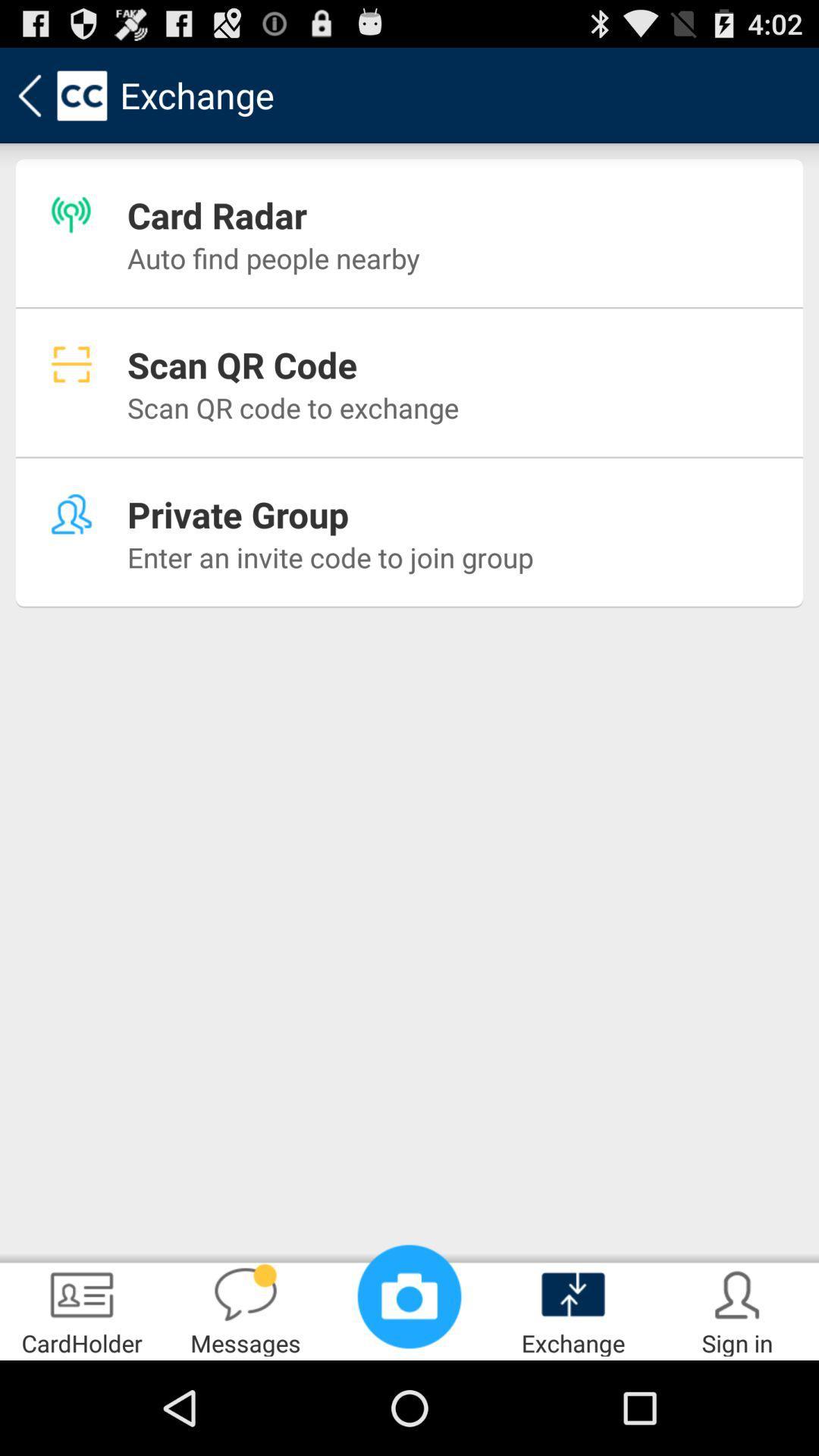 Image resolution: width=819 pixels, height=1456 pixels. What do you see at coordinates (409, 1295) in the screenshot?
I see `item at the bottom` at bounding box center [409, 1295].